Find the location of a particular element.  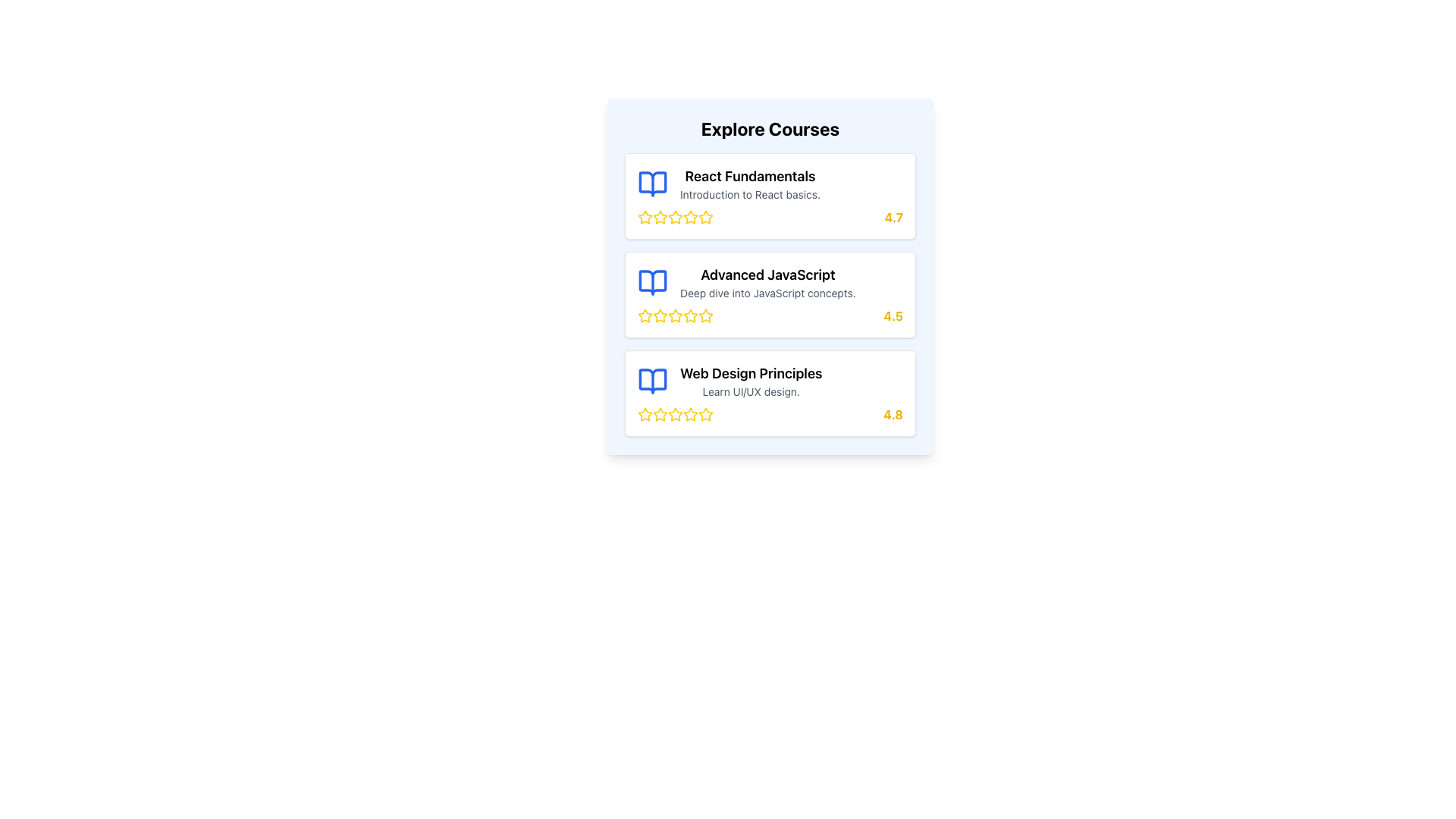

the first star icon in the five-star rating scale for the 'Web Design Principles' course to rate it is located at coordinates (645, 415).